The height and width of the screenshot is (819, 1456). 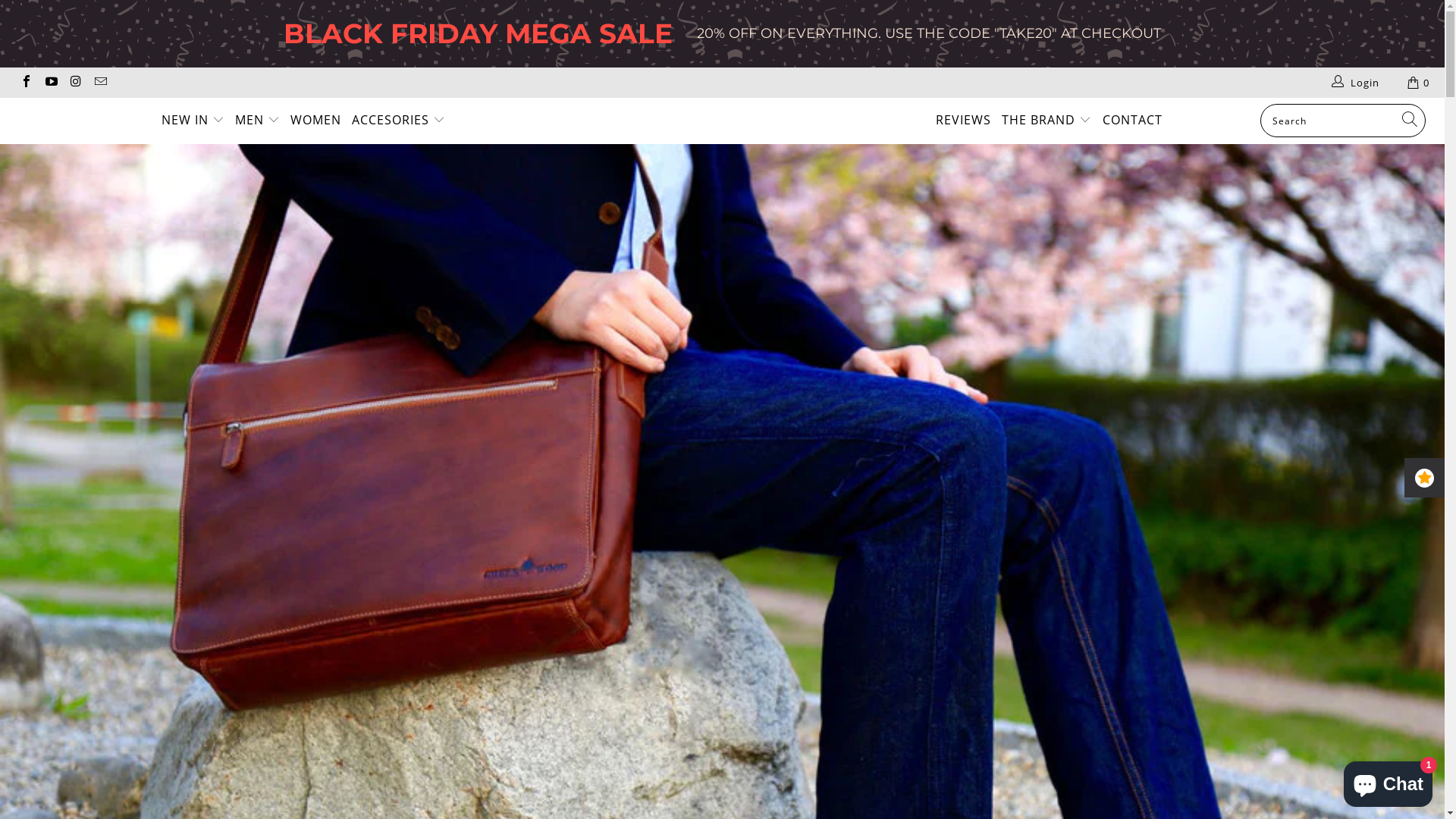 I want to click on 'Login', so click(x=1355, y=82).